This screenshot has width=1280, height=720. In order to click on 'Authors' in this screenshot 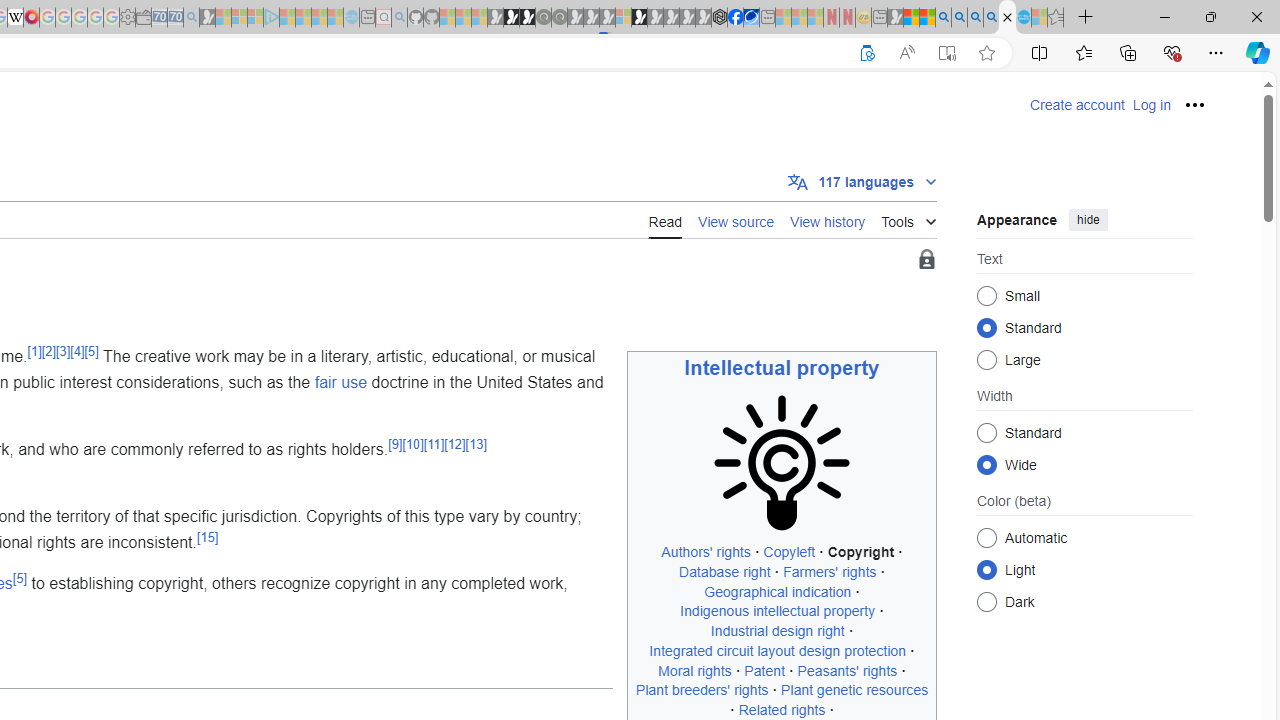, I will do `click(706, 552)`.